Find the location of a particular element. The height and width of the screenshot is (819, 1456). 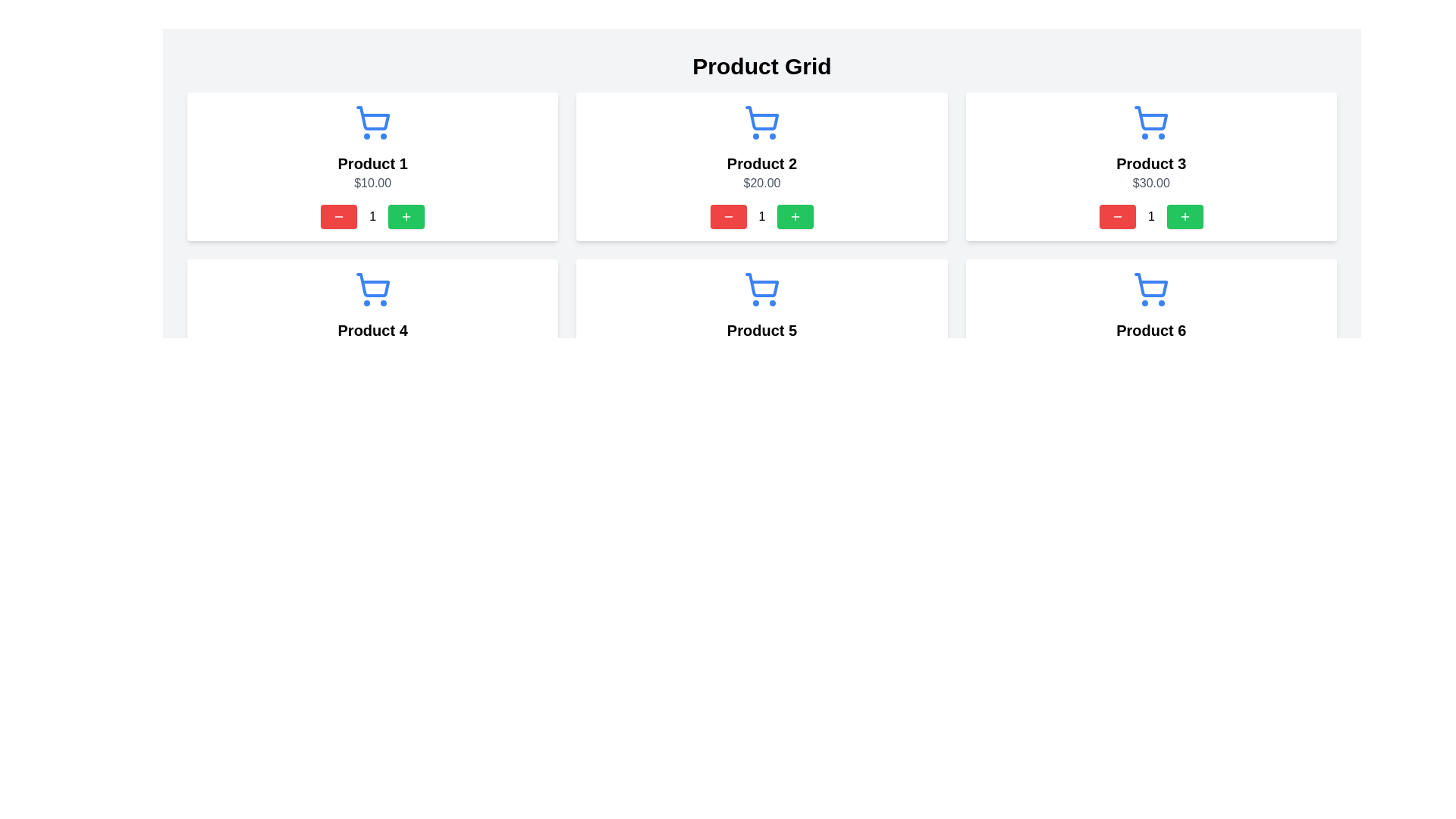

the product card displayed in the second row and third column of the grid layout, which showcases the product name, icon, and price is located at coordinates (1151, 332).